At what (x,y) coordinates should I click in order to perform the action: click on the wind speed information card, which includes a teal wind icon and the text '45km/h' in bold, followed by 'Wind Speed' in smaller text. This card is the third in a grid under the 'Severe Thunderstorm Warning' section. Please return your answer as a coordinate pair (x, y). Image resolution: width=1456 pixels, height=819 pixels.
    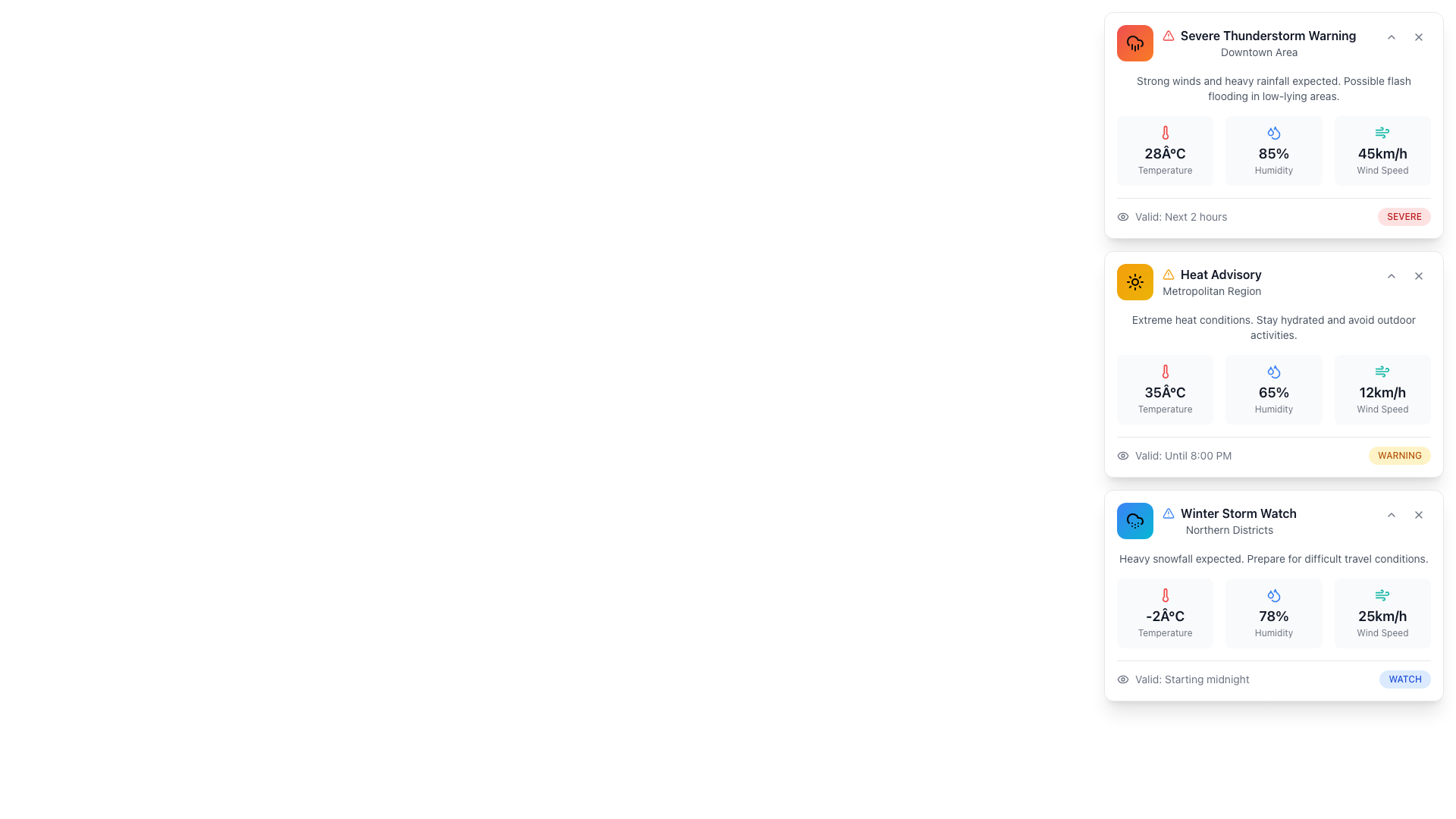
    Looking at the image, I should click on (1382, 151).